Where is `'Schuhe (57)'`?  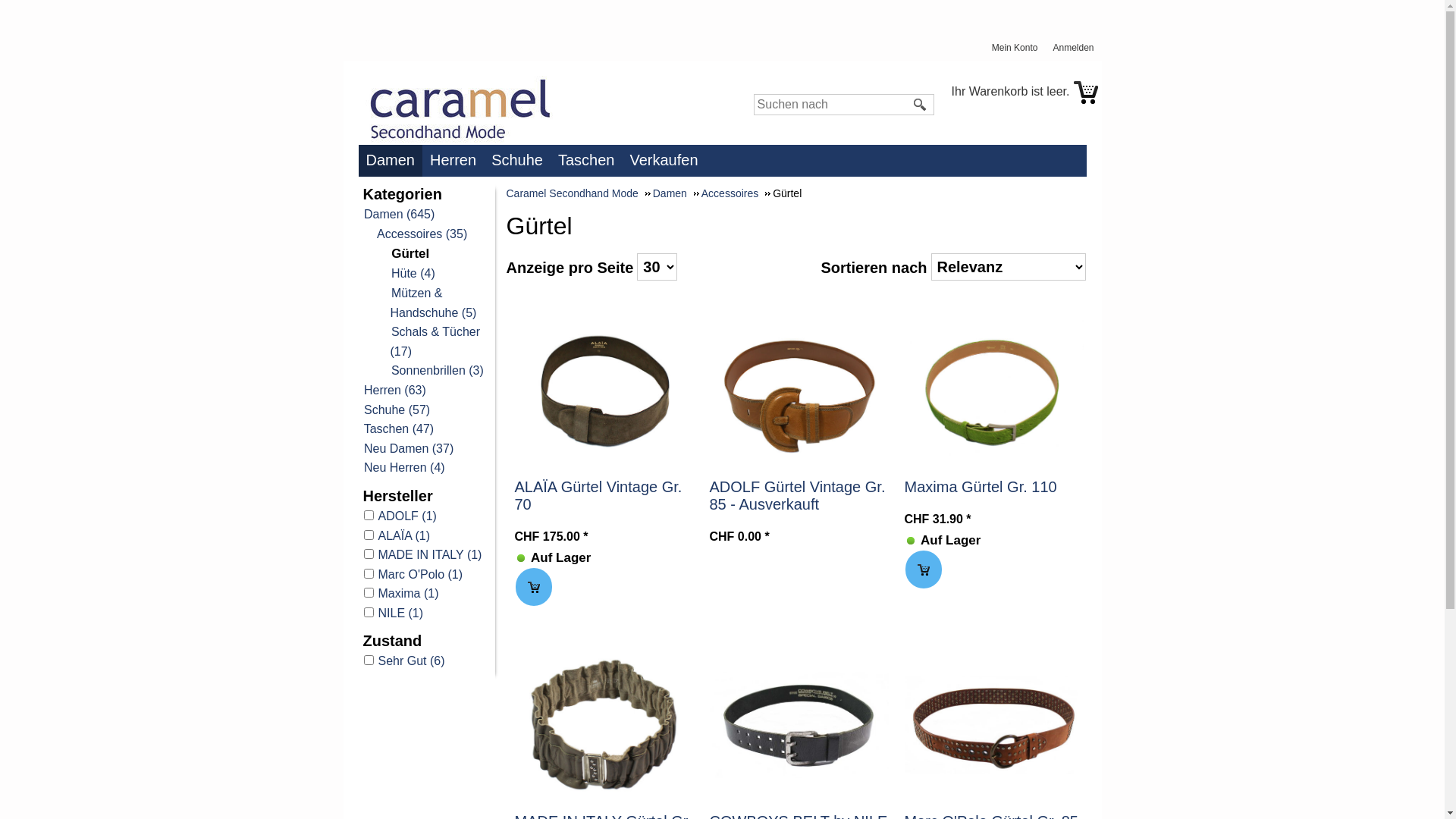 'Schuhe (57)' is located at coordinates (396, 409).